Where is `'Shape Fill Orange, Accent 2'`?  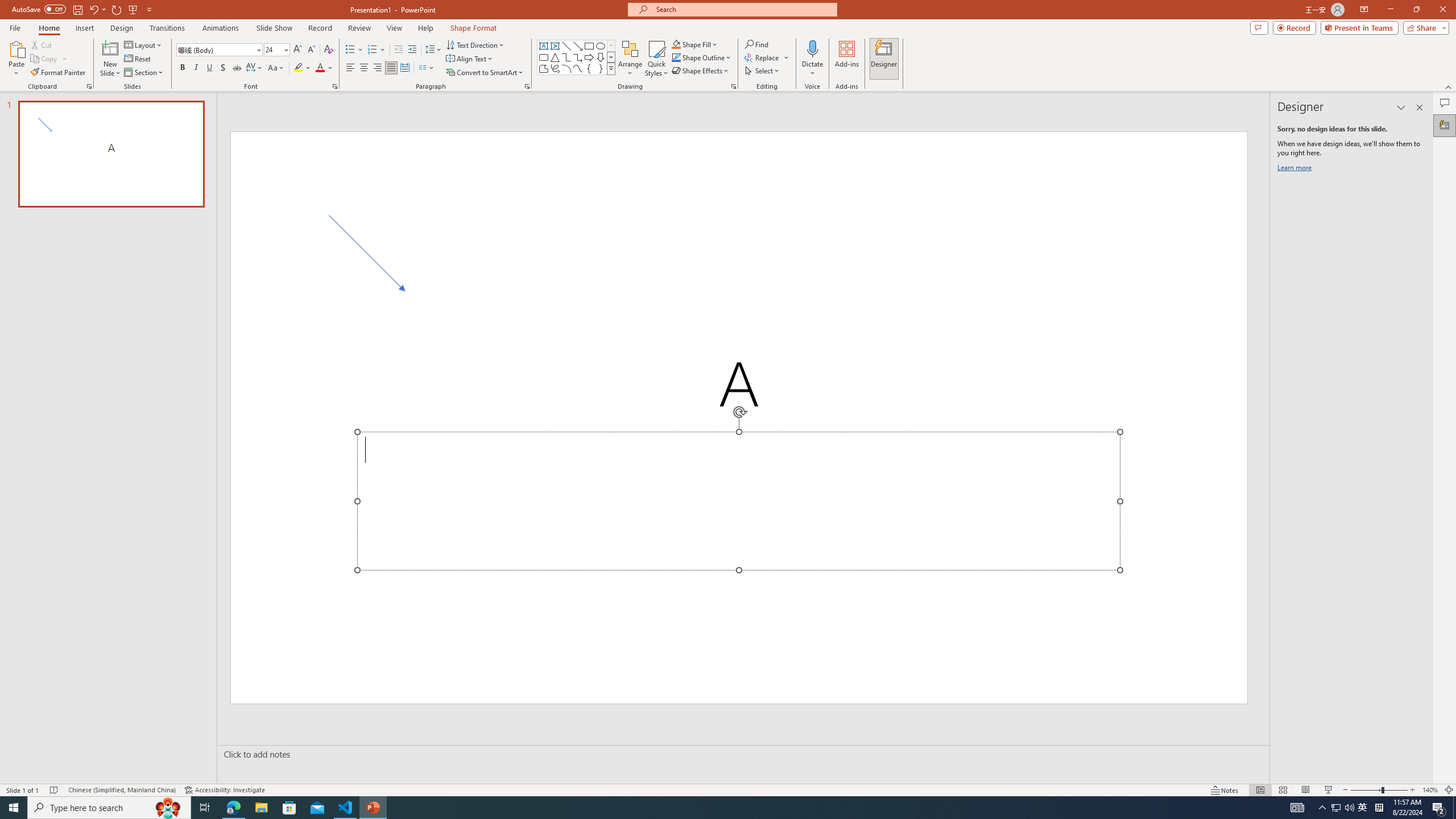
'Shape Fill Orange, Accent 2' is located at coordinates (676, 44).